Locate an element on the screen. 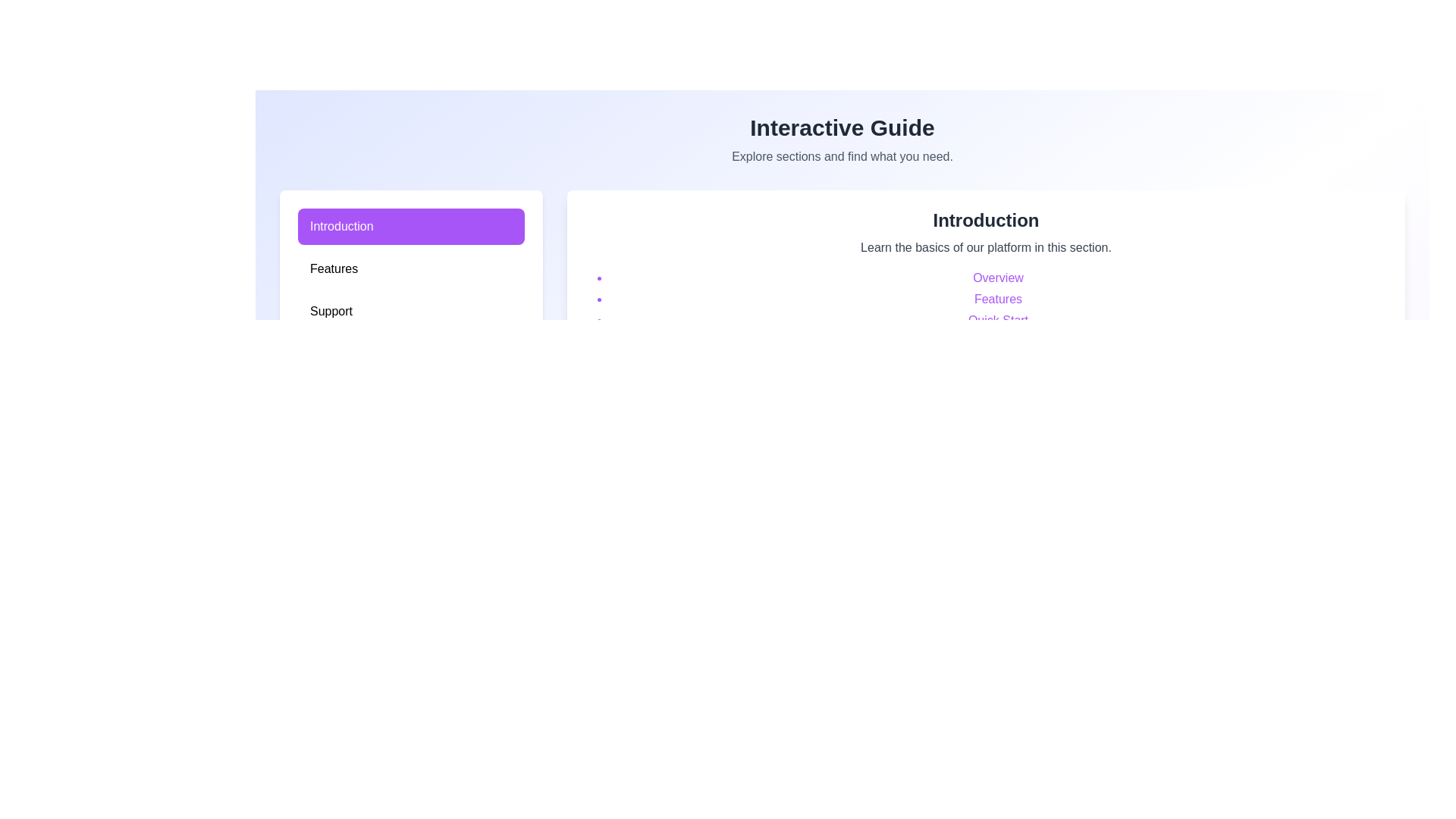  the text label displaying 'Quick Start' in purple font, which is the third item in the list under the 'Introduction' section is located at coordinates (998, 320).